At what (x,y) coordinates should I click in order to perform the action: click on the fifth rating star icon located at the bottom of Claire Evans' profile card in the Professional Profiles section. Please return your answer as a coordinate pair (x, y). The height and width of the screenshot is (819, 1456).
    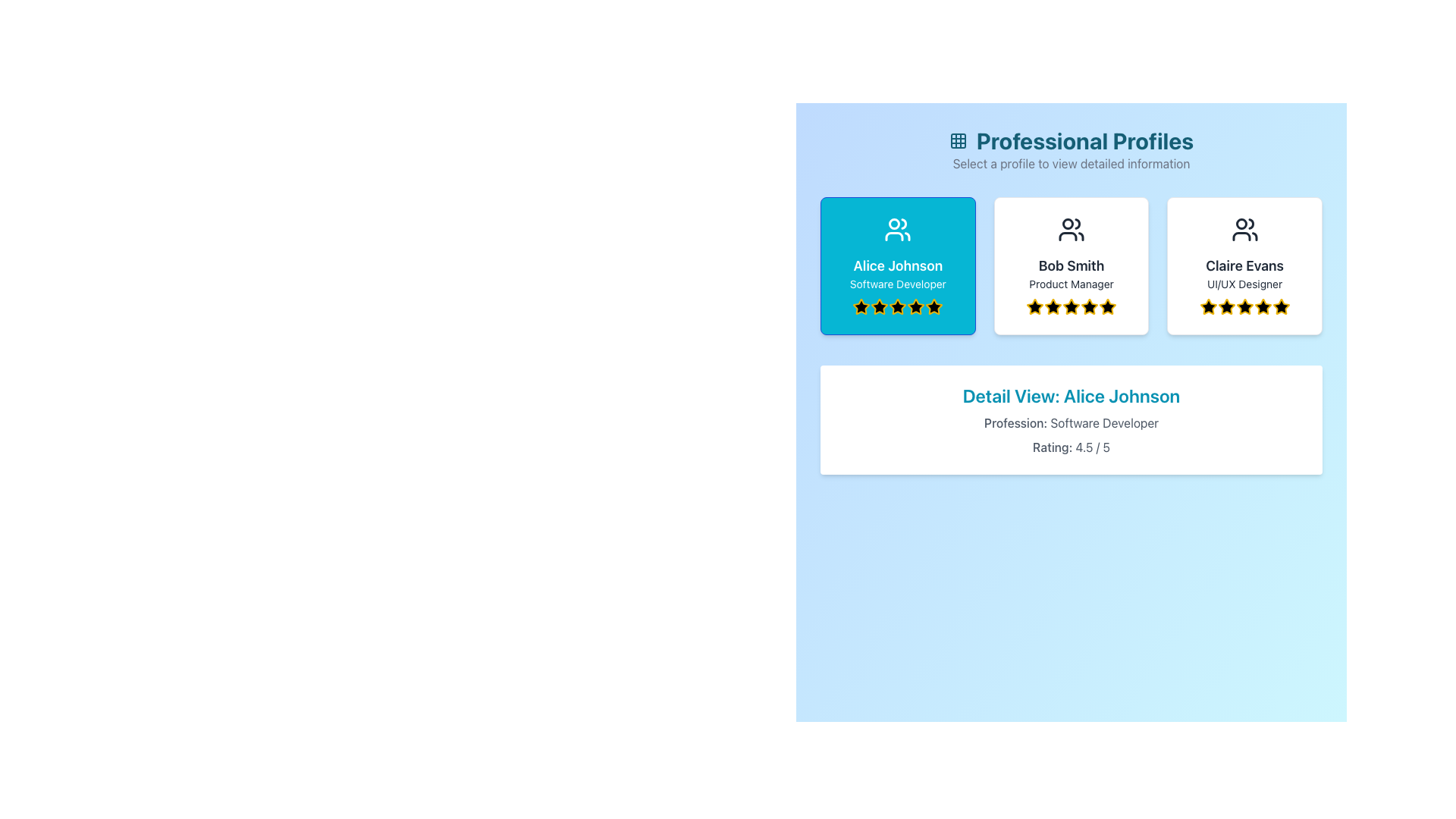
    Looking at the image, I should click on (1263, 307).